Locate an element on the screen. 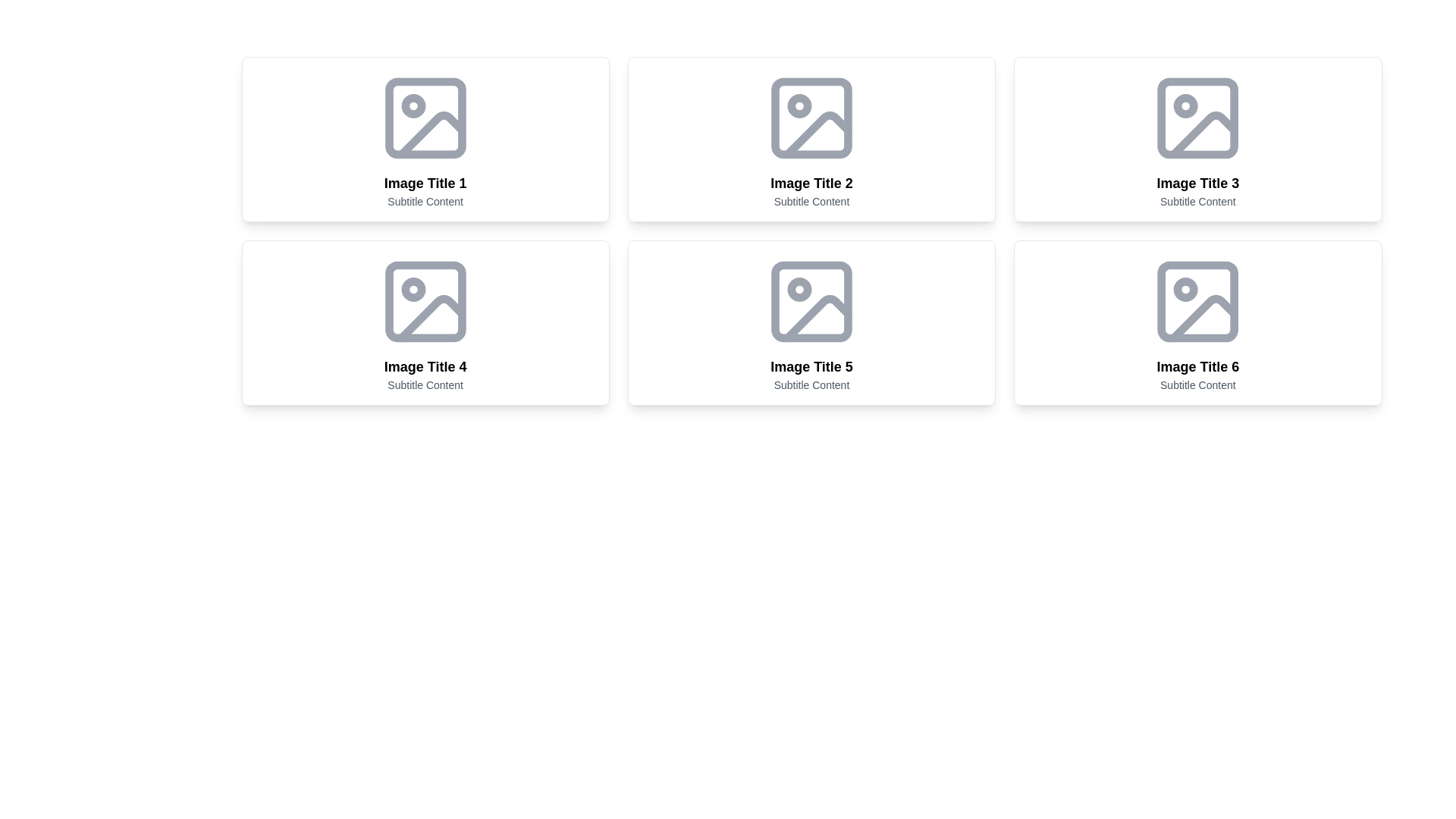 The width and height of the screenshot is (1456, 819). the SVG image placeholder located at the top center of the card labeled 'Image Title 2', which is in the first row, second column of a grid of six cards is located at coordinates (811, 117).